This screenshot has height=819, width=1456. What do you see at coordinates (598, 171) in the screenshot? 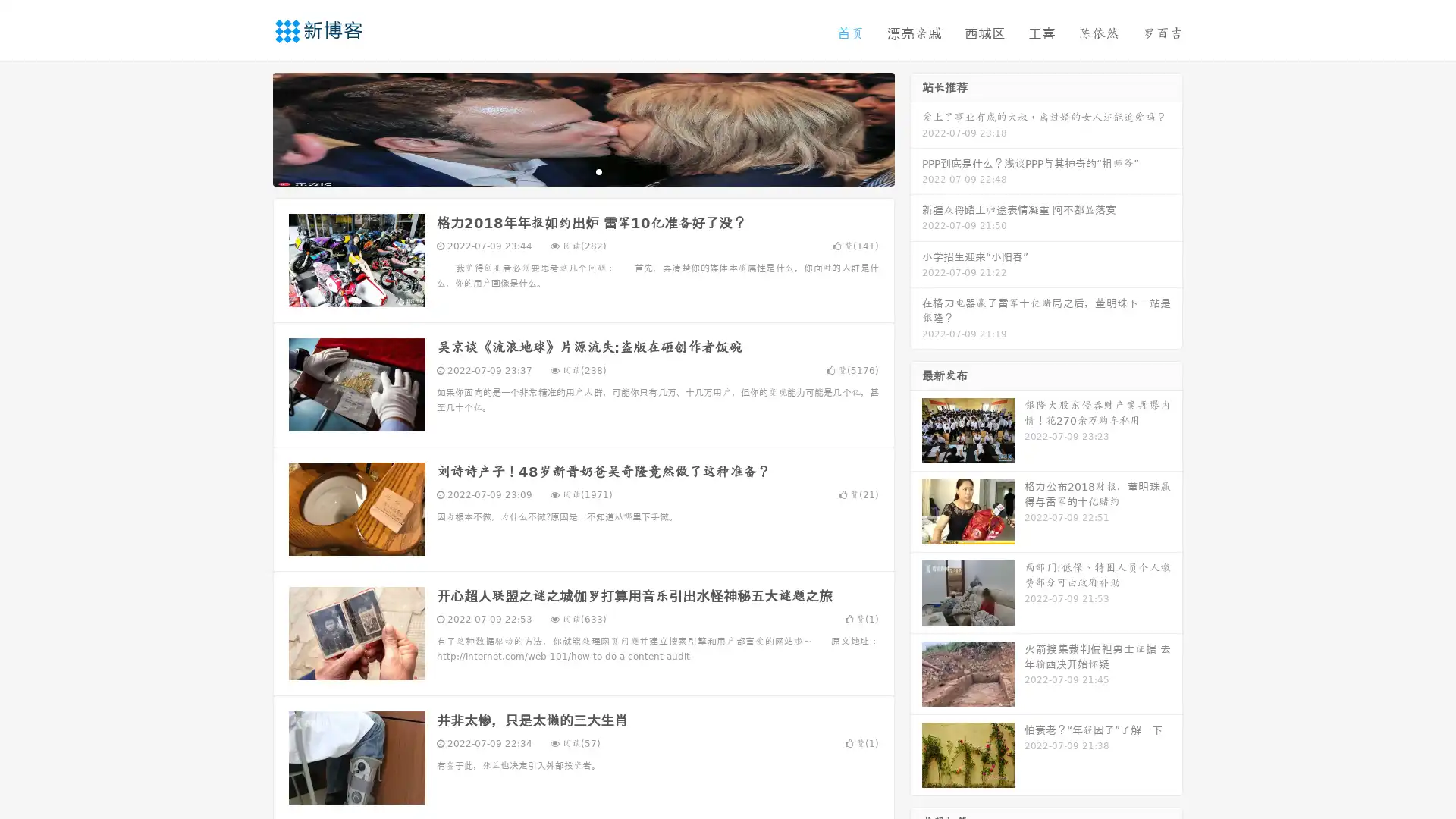
I see `Go to slide 3` at bounding box center [598, 171].